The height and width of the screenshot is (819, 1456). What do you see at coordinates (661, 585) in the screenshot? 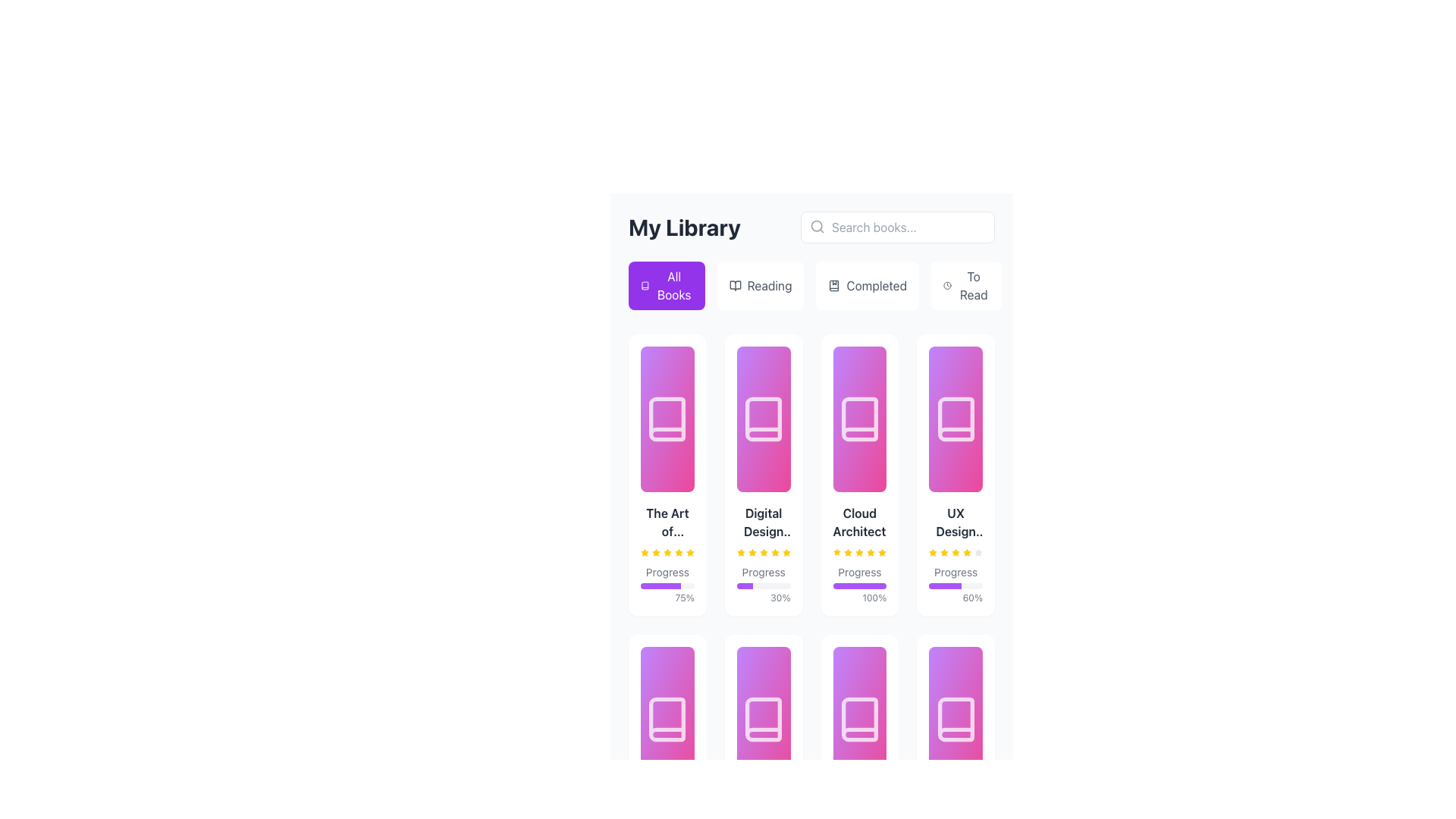
I see `the progress bar segment that visually represents the reading progress of the book titled 'The Art of...'` at bounding box center [661, 585].